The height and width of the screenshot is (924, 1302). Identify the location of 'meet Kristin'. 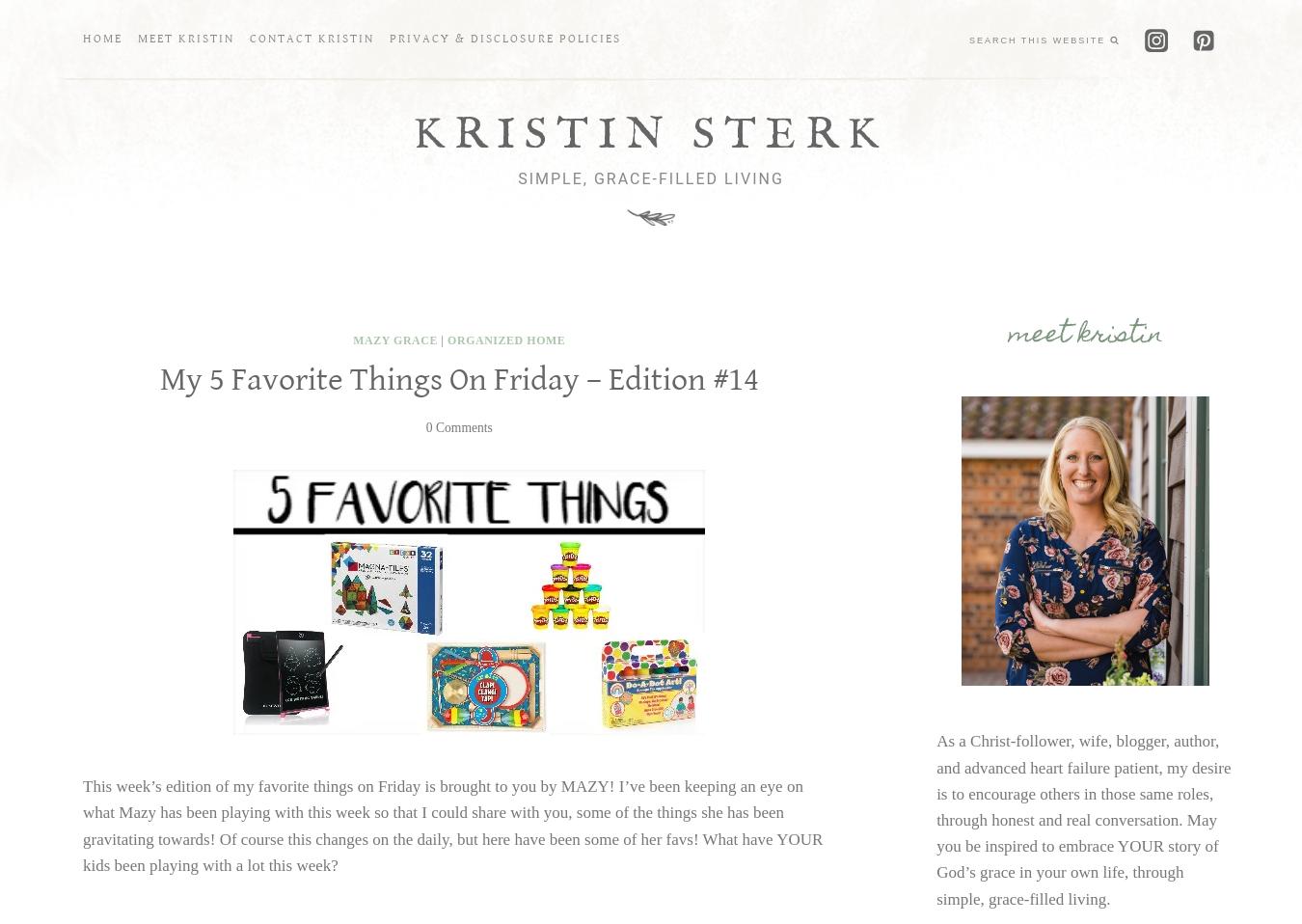
(1084, 334).